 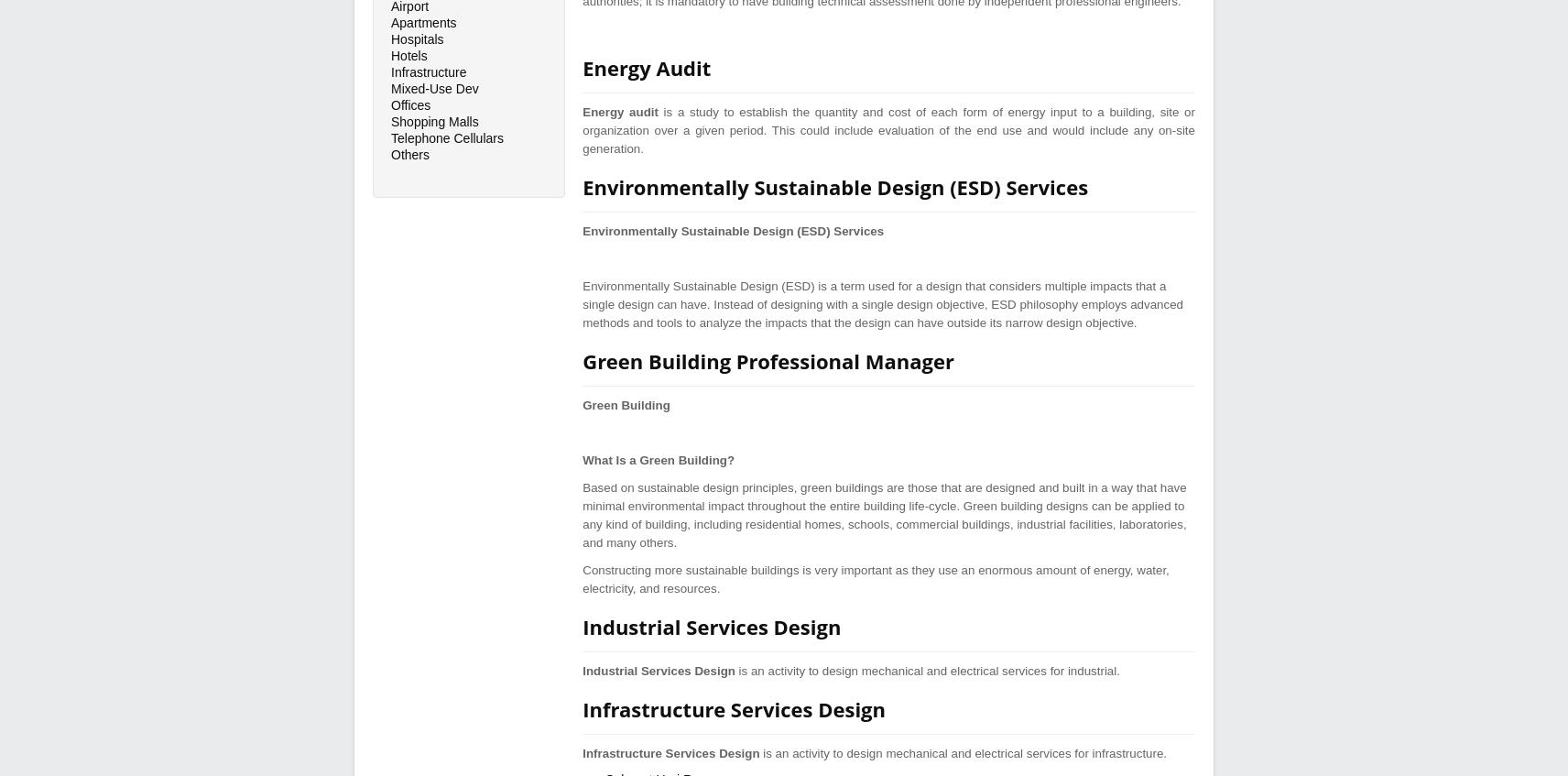 I want to click on 'Infrastructure', so click(x=428, y=71).